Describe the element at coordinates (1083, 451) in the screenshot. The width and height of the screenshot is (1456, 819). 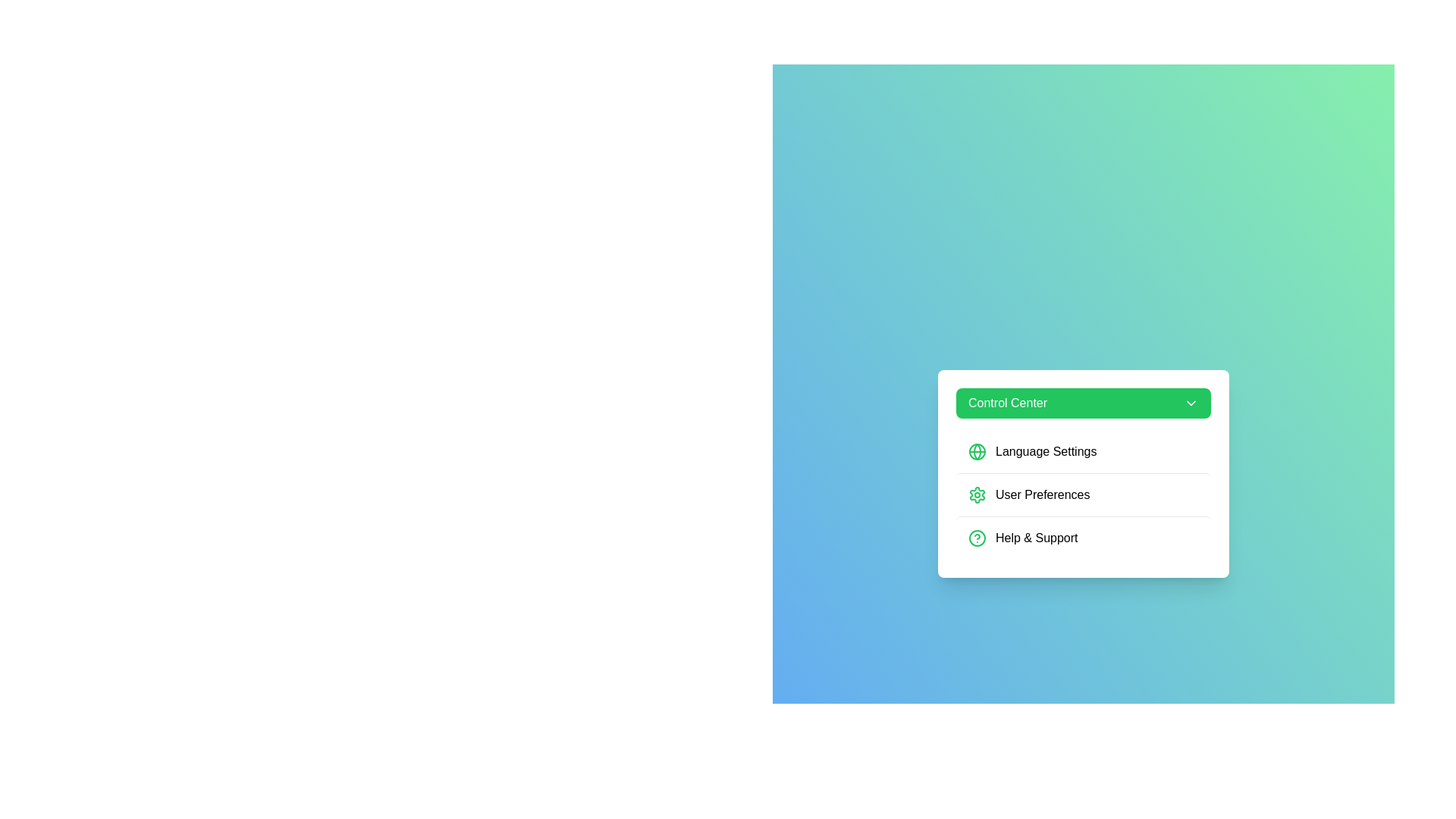
I see `the 'Language Settings' option in the menu` at that location.